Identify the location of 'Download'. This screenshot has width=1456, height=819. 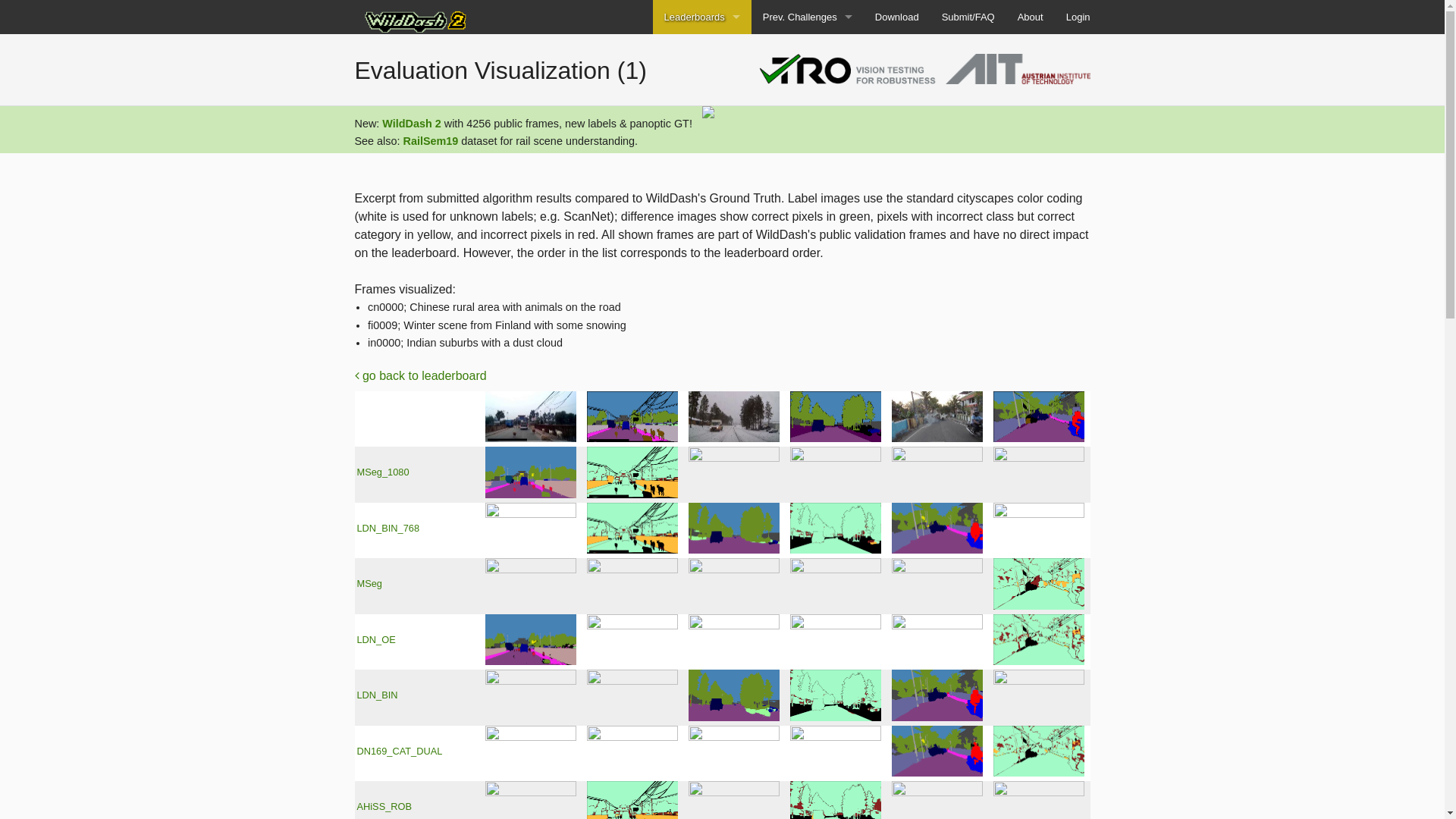
(896, 17).